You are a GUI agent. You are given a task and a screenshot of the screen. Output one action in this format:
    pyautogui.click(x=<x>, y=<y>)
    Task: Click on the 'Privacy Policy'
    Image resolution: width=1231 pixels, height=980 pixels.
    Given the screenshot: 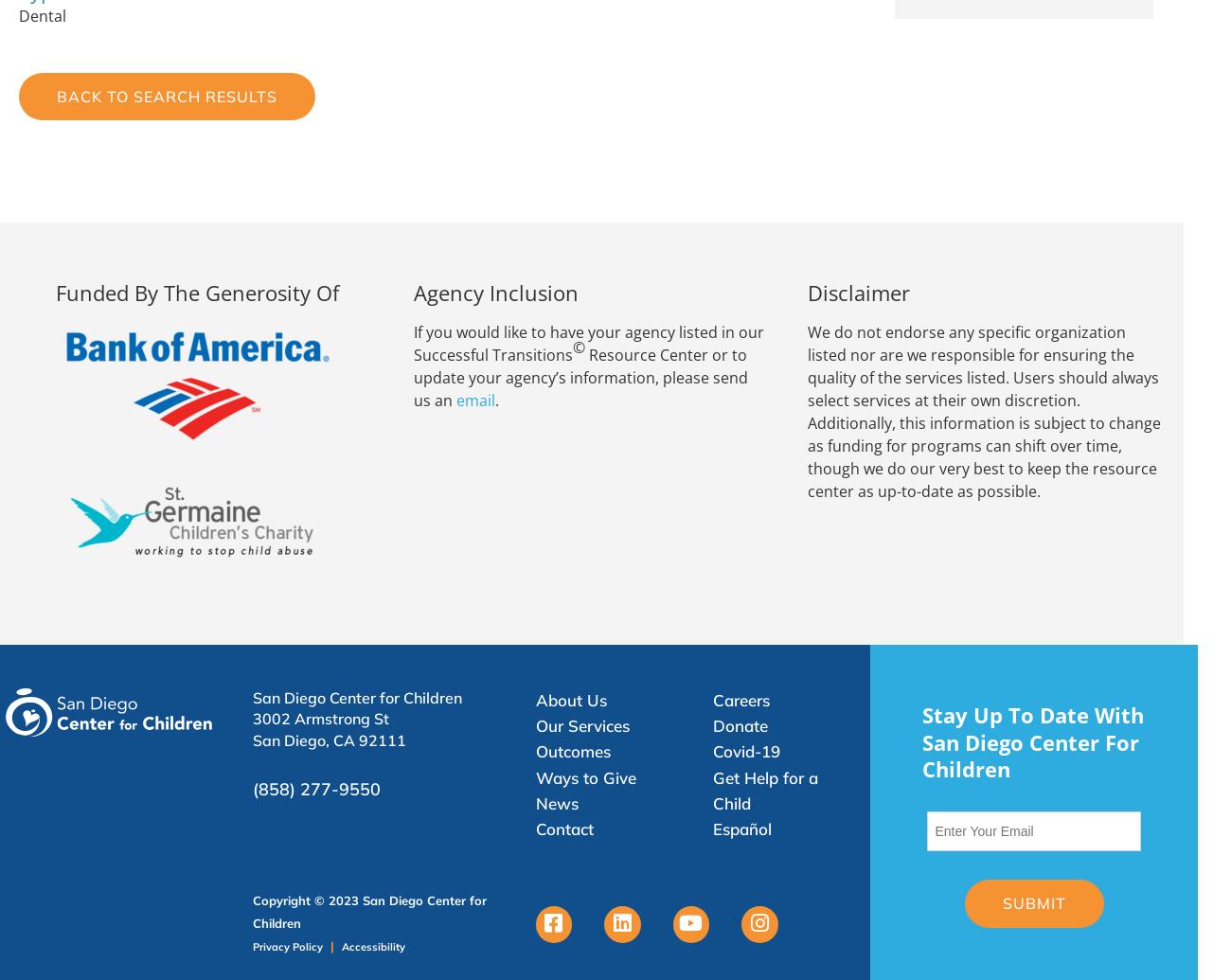 What is the action you would take?
    pyautogui.click(x=250, y=944)
    